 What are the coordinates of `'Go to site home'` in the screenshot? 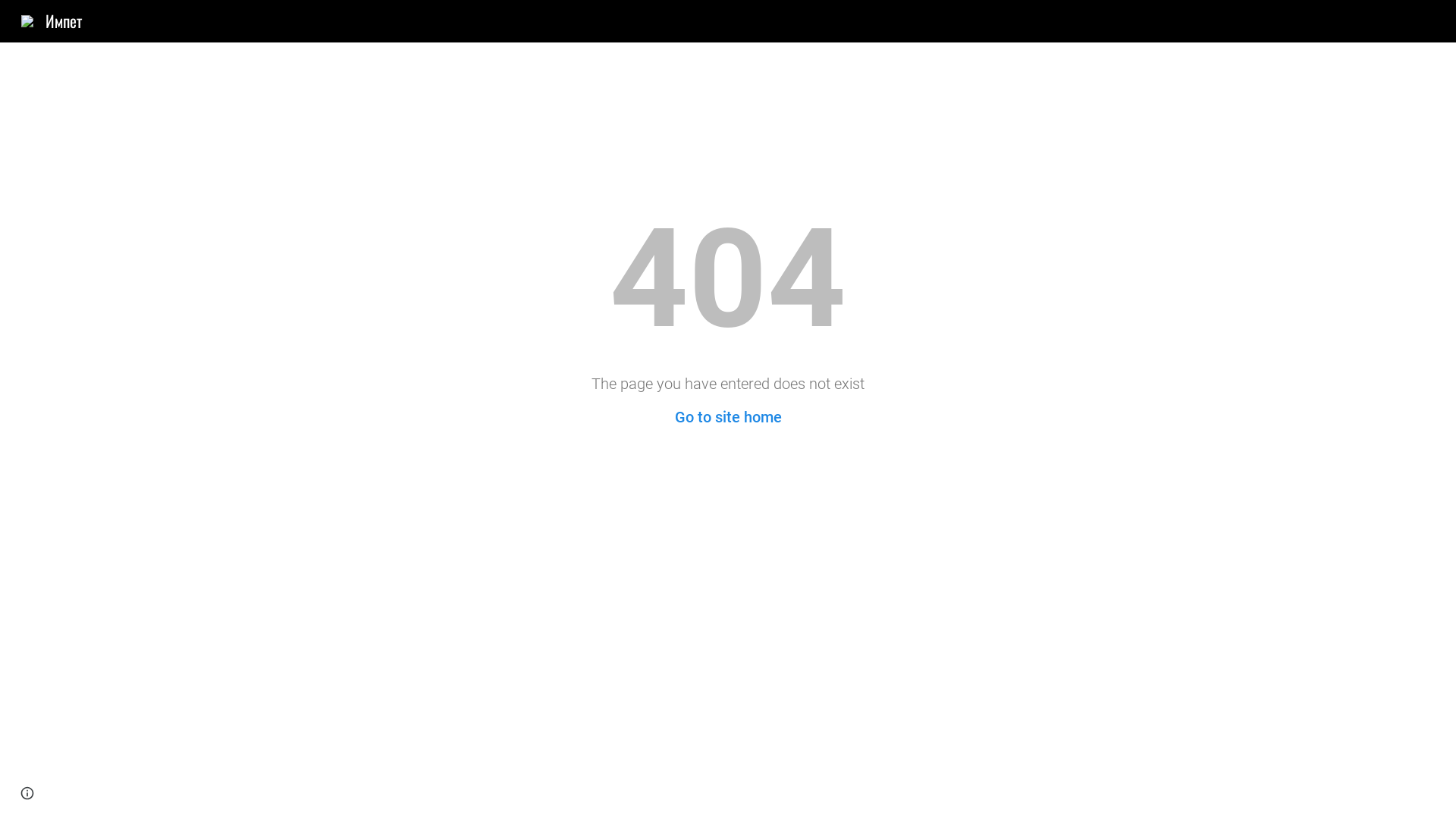 It's located at (728, 417).